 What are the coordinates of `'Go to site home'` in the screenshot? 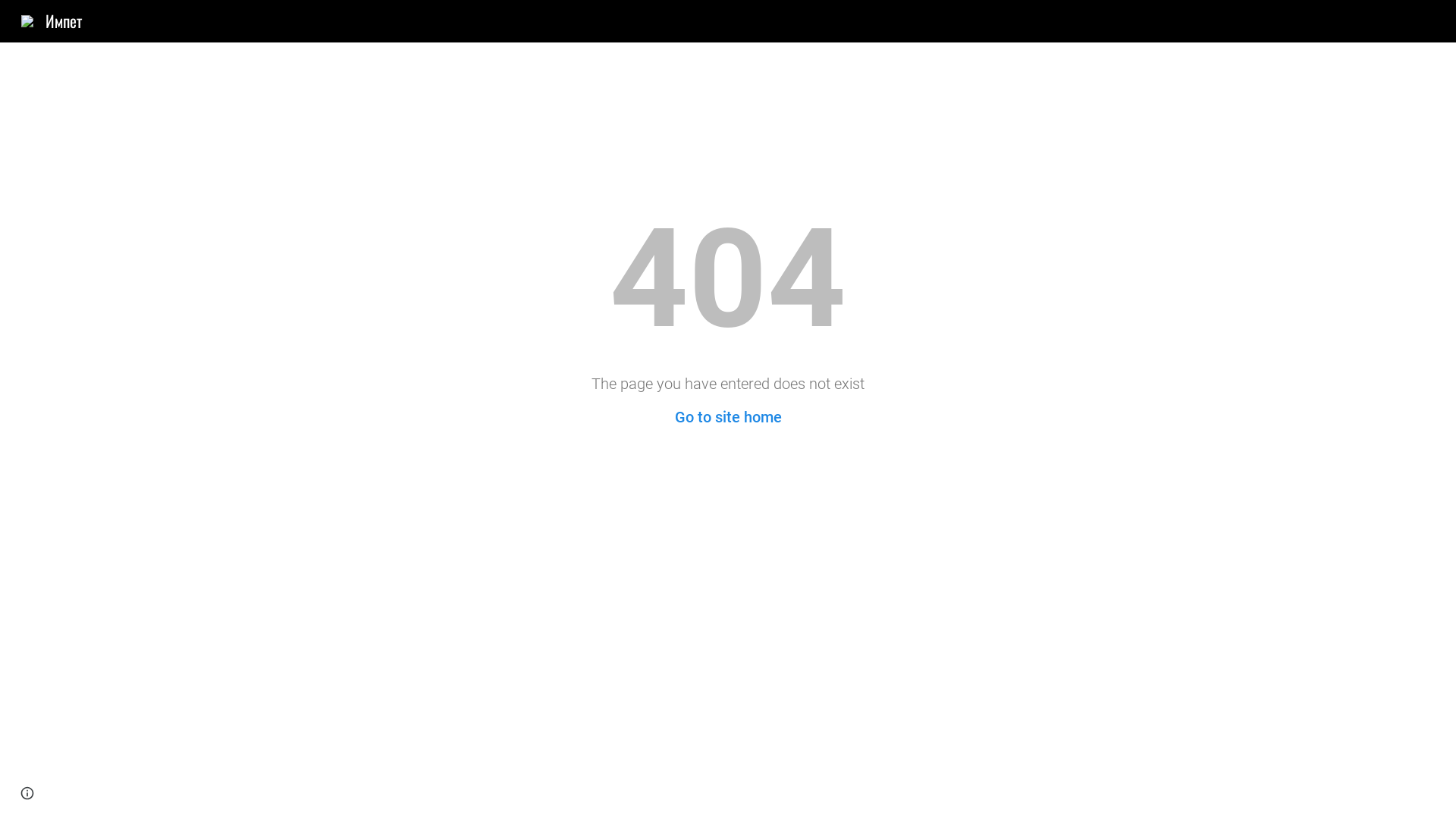 It's located at (728, 417).